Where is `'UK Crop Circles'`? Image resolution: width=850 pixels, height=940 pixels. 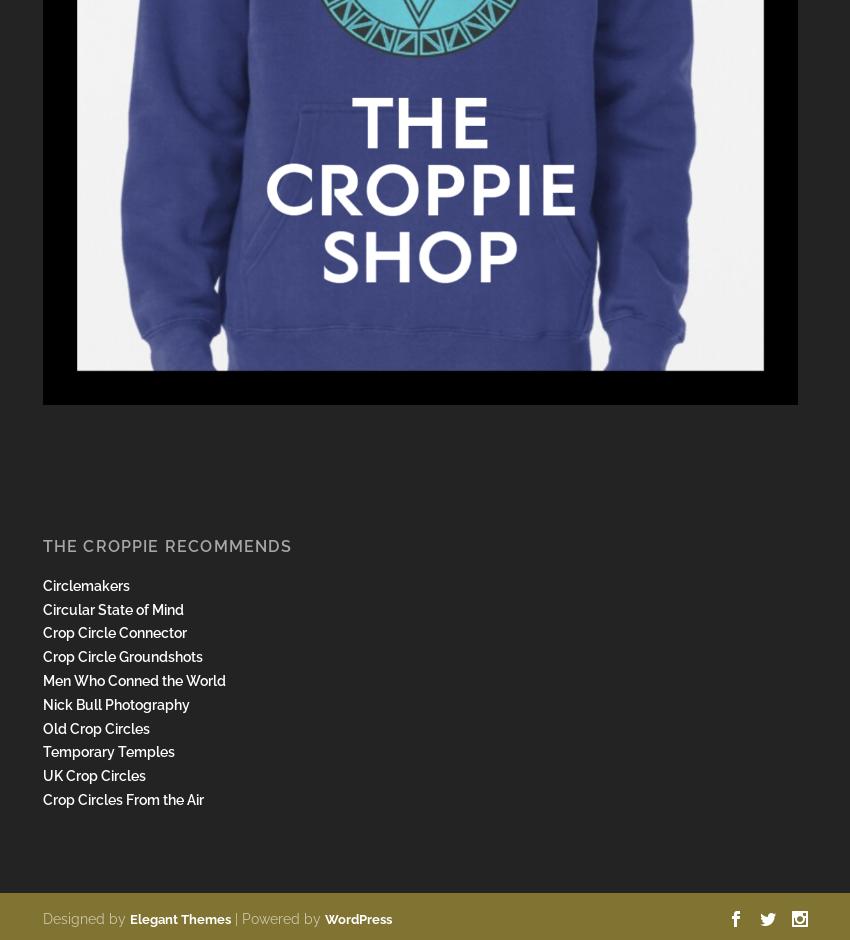 'UK Crop Circles' is located at coordinates (92, 774).